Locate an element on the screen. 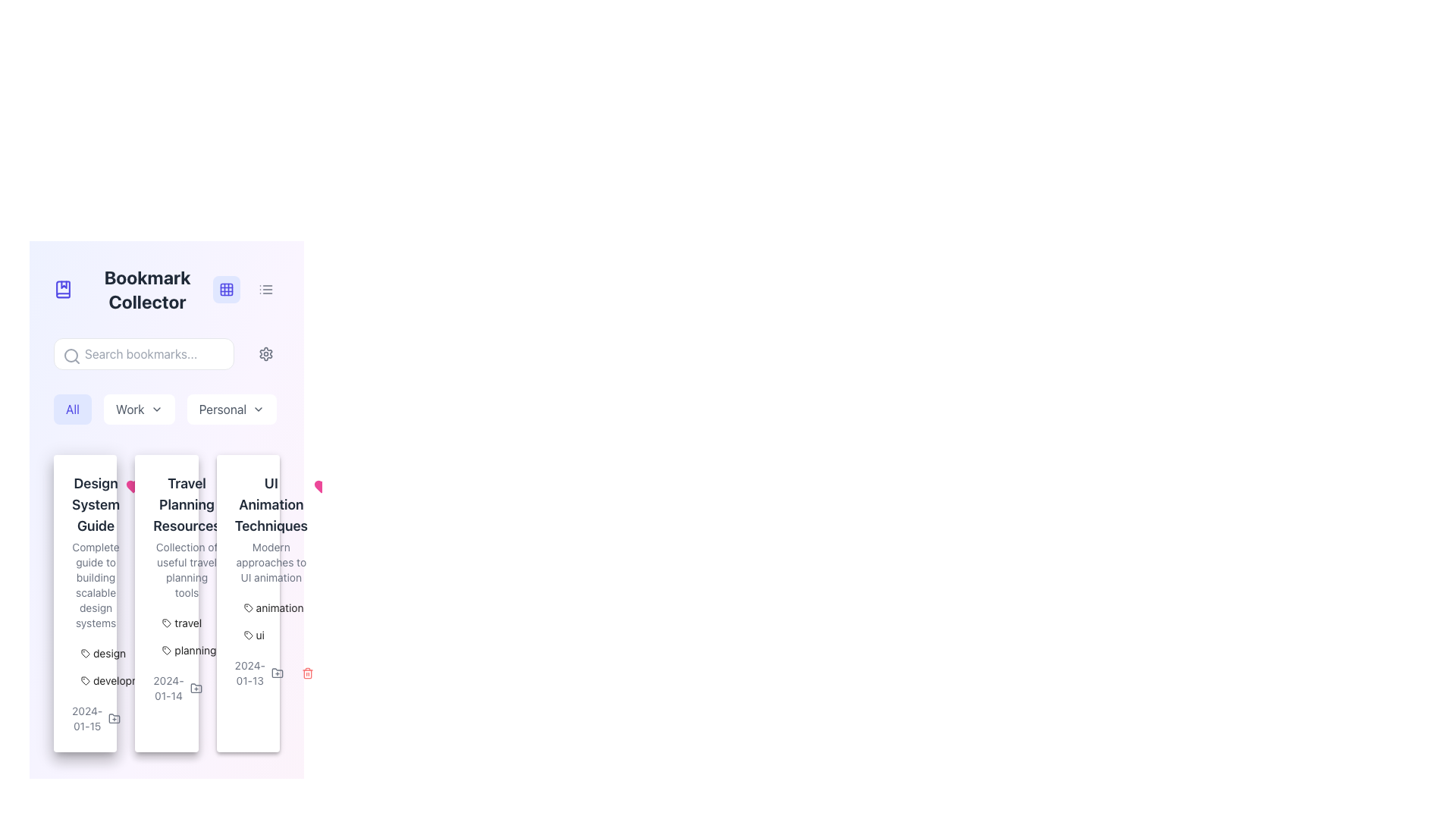  the list view icon button located in the top-right corner of the interface to switch to list view is located at coordinates (265, 289).